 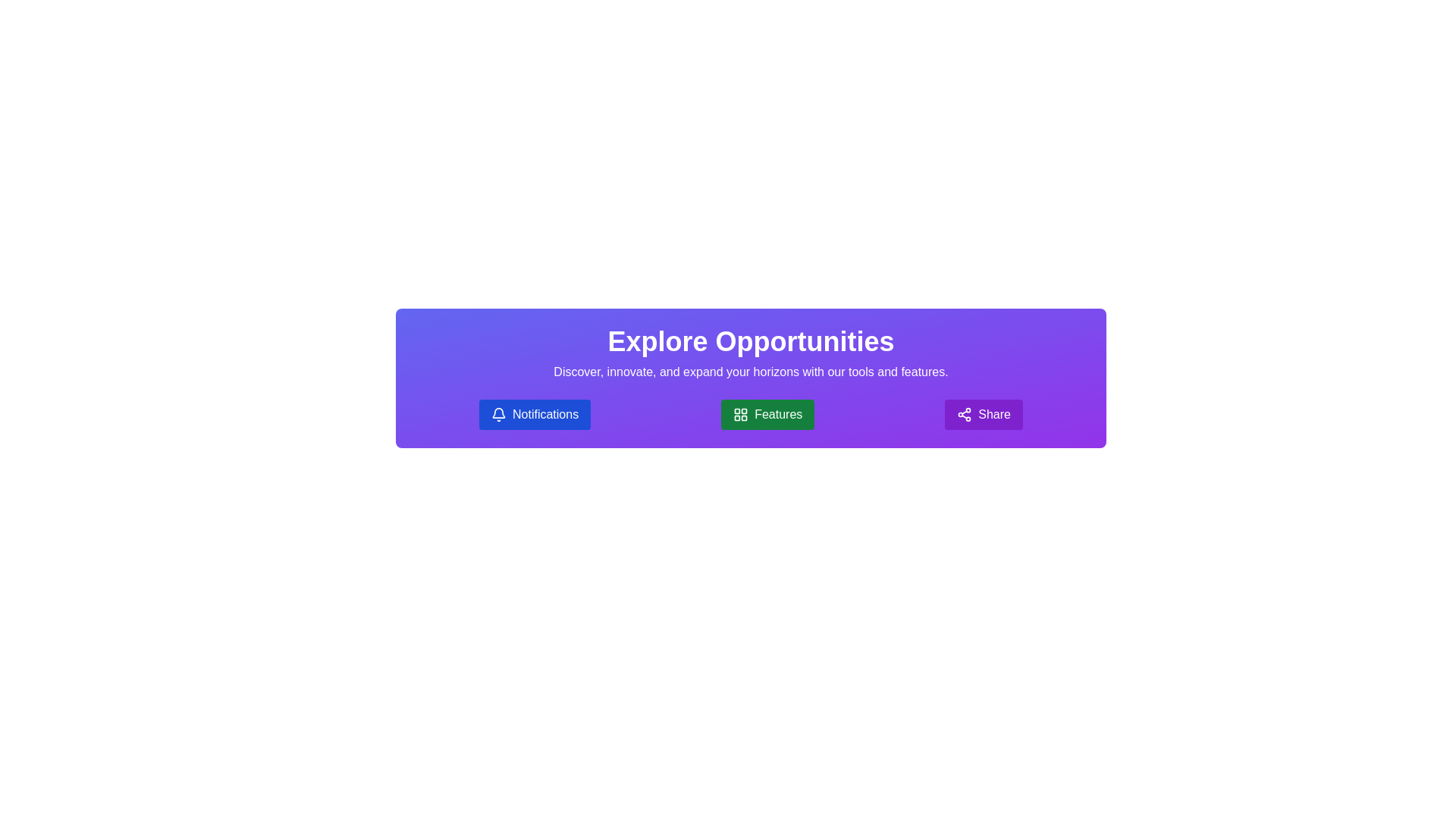 I want to click on the 'Share' button that contains the share icon, which is represented by three circles connected by two angled lines, located in the bottom row of buttons, so click(x=964, y=415).